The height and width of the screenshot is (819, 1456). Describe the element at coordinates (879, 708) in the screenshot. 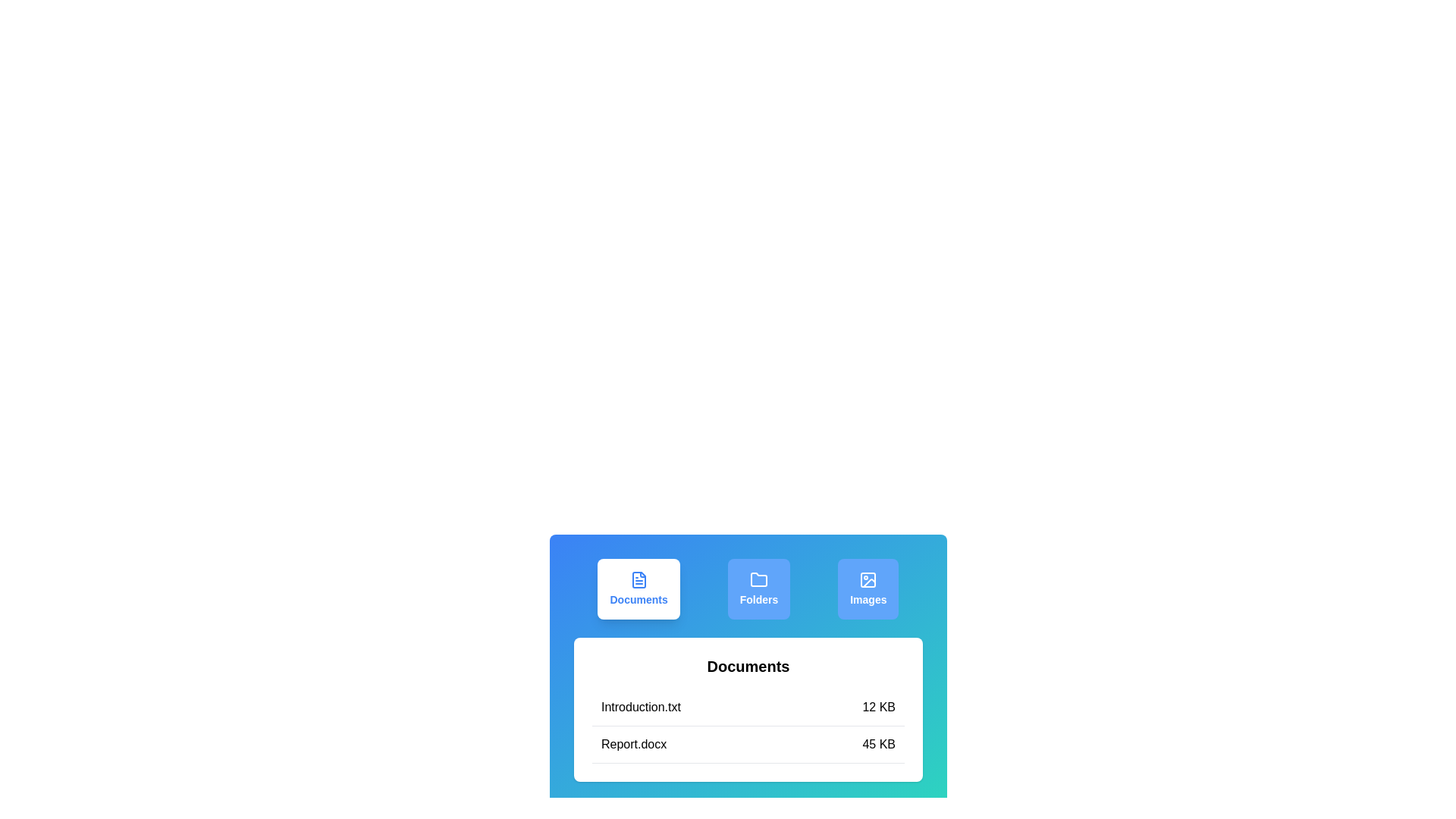

I see `the Text Label displaying '12 KB', which is located in the bottom section of the interface, within the 'Documents' card and horizontally aligned to the right of 'Introduction.txt'` at that location.